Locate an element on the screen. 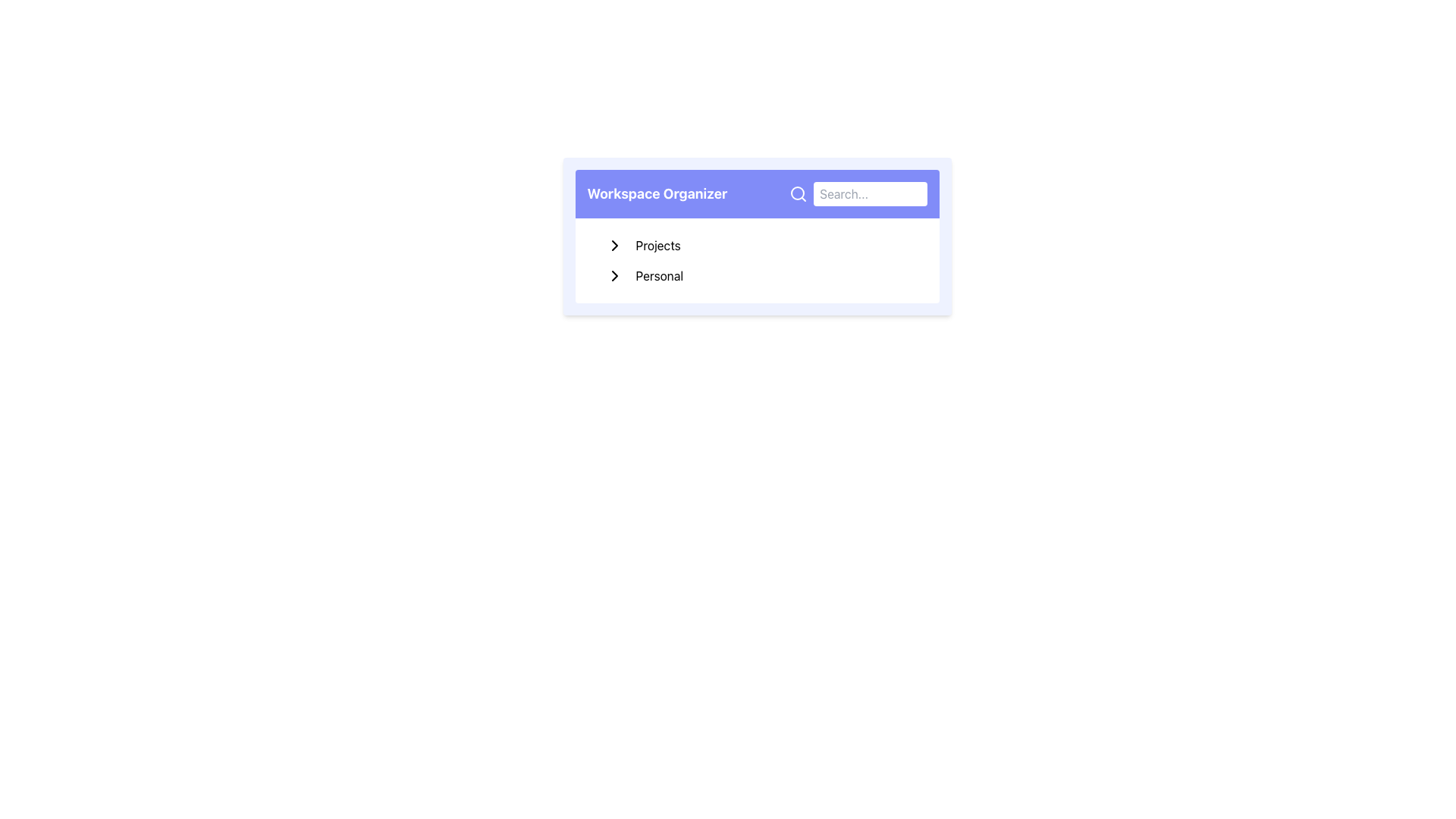 This screenshot has height=819, width=1456. the first menu item in the vertically-stacked menu is located at coordinates (757, 245).